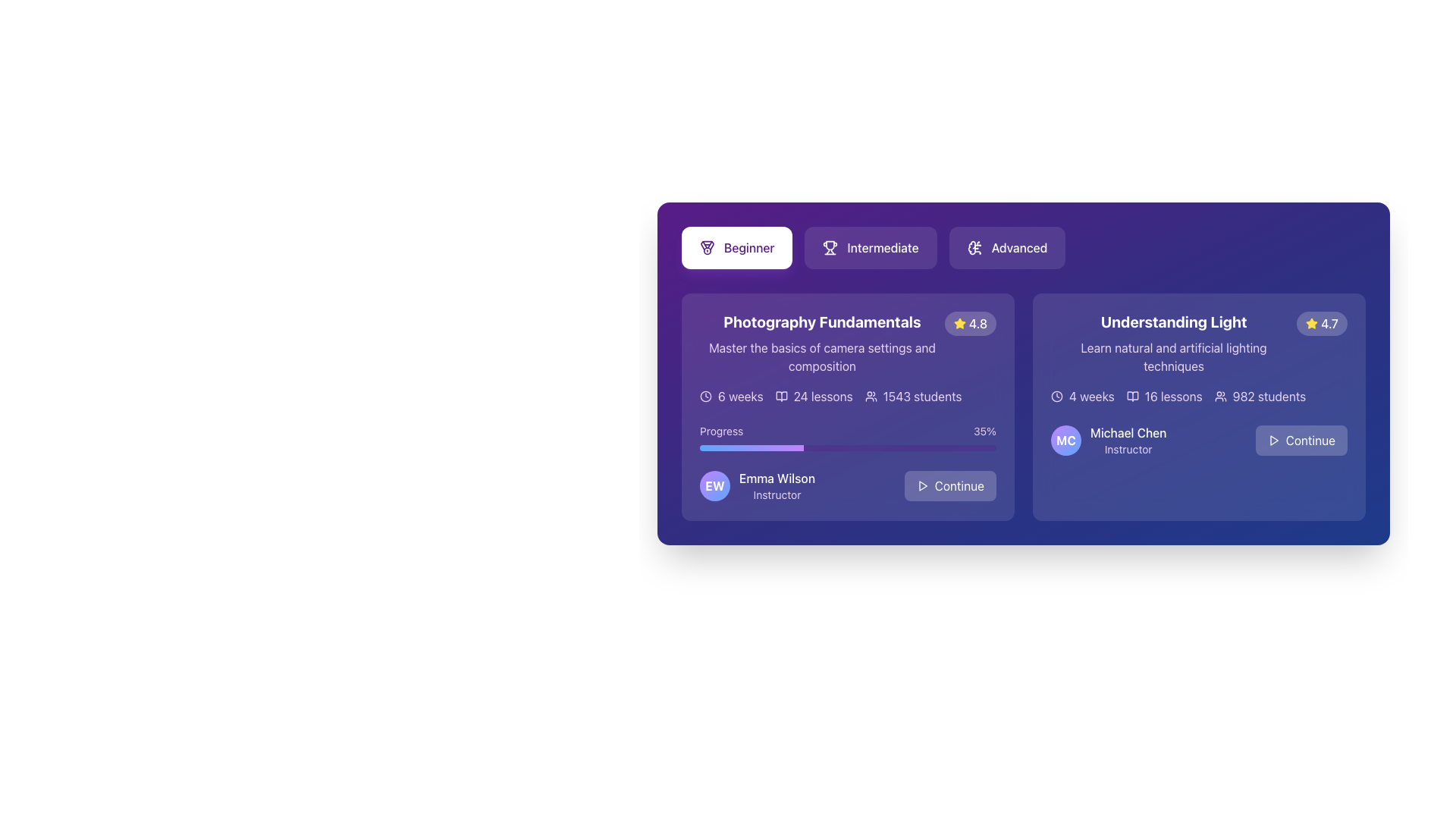 This screenshot has width=1456, height=819. Describe the element at coordinates (921, 485) in the screenshot. I see `the play icon located to the left of the 'Continue' text on the button in the lower right corner of the 'Photography Fundamentals' card` at that location.